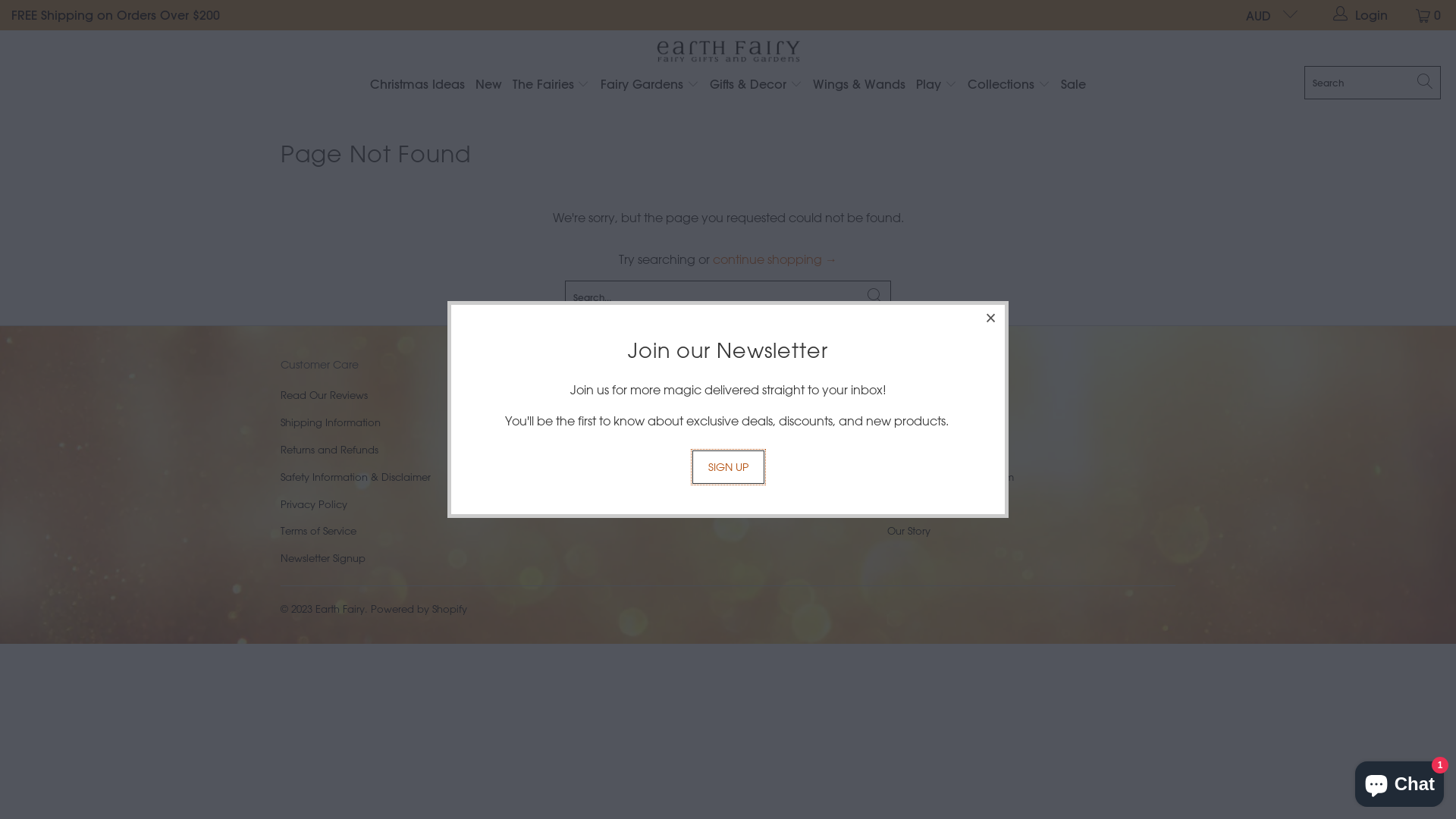 This screenshot has height=819, width=1456. What do you see at coordinates (908, 504) in the screenshot?
I see `'Our Blog'` at bounding box center [908, 504].